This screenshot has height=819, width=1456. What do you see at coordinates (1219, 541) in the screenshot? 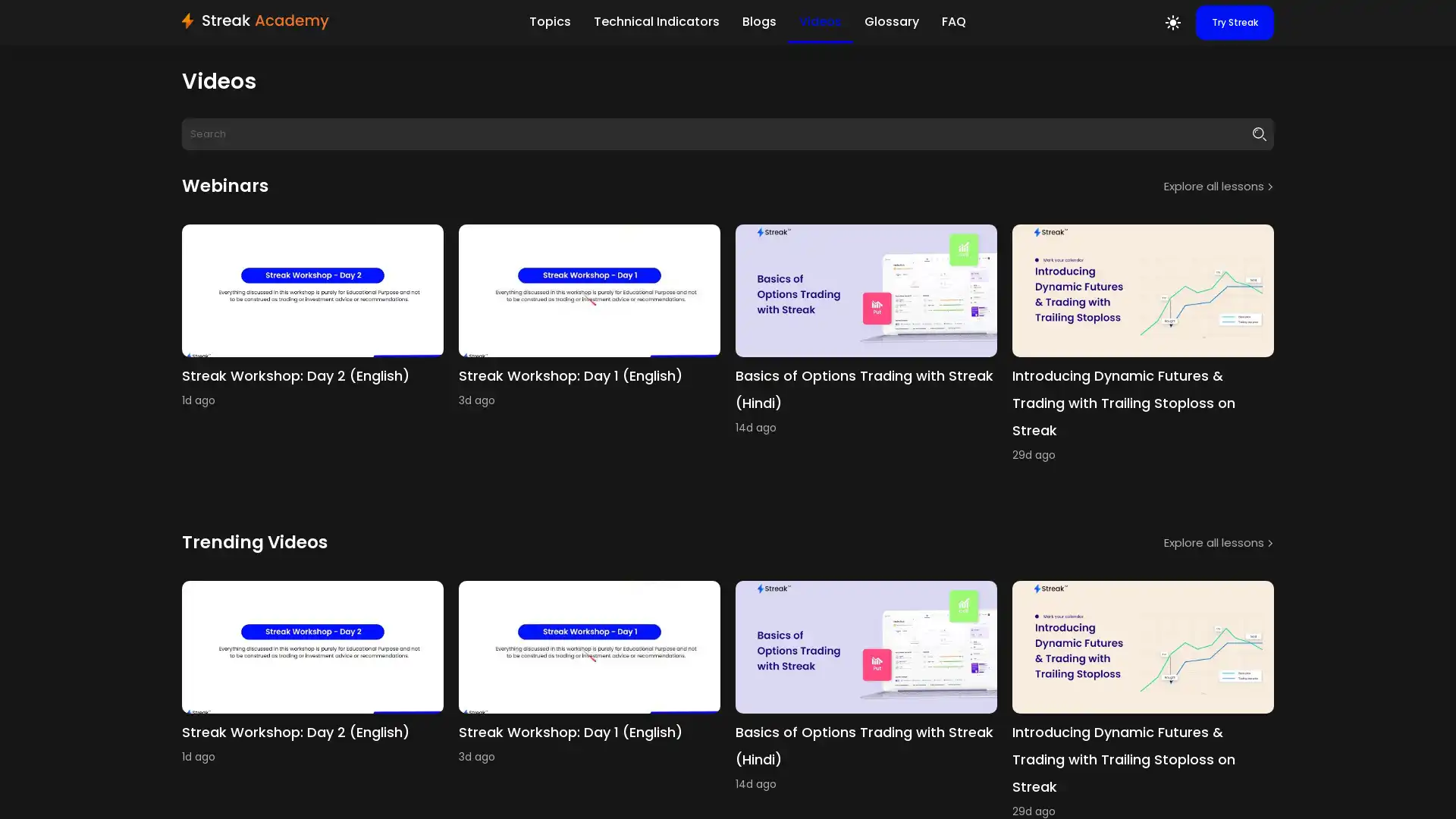
I see `Explore all lessons` at bounding box center [1219, 541].